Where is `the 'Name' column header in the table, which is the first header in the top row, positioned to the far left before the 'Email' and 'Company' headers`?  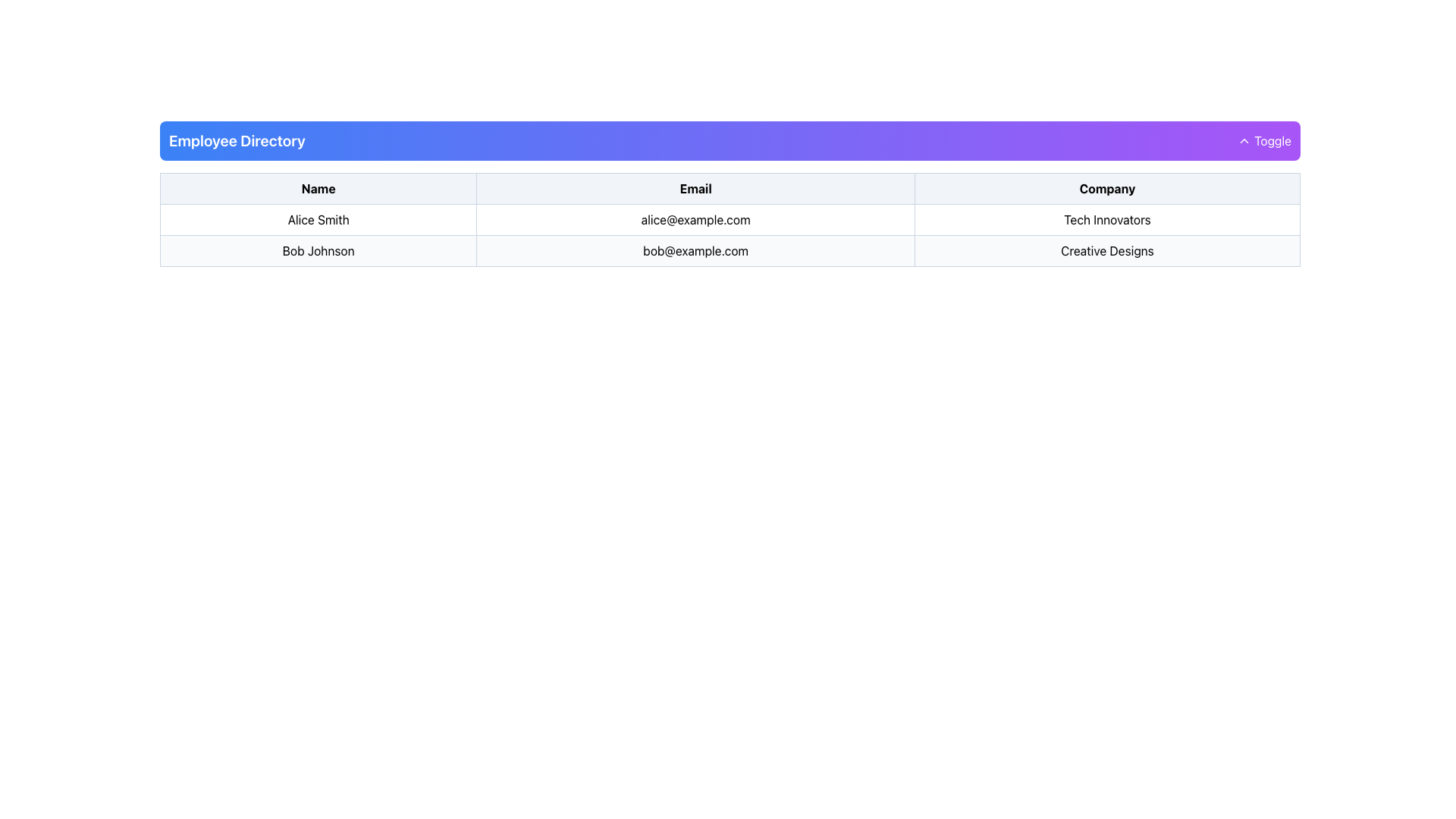
the 'Name' column header in the table, which is the first header in the top row, positioned to the far left before the 'Email' and 'Company' headers is located at coordinates (318, 188).